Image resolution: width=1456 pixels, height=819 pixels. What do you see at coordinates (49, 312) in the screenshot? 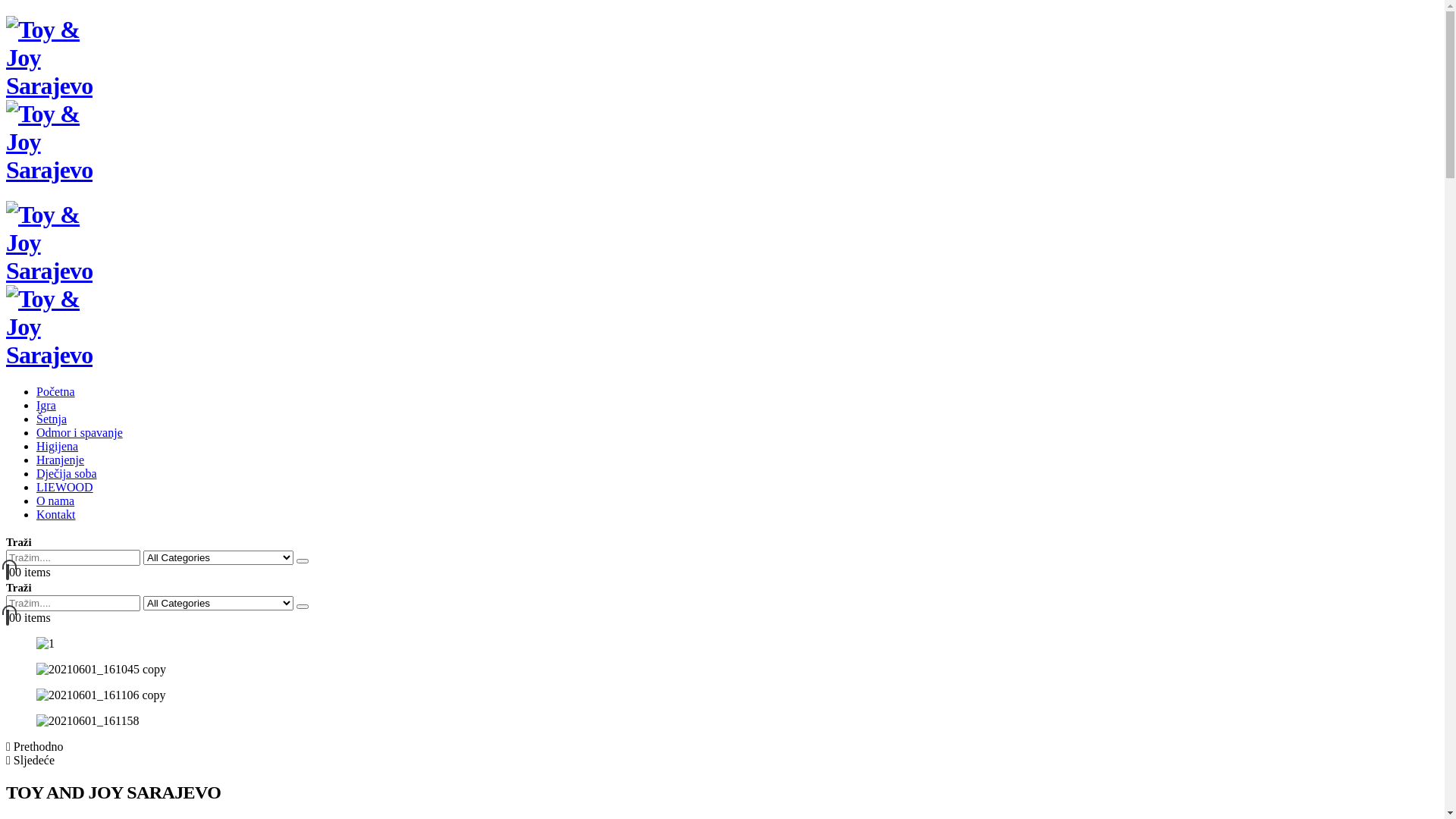
I see `'Toy & Joy Sarajevo - Baby concept store'` at bounding box center [49, 312].